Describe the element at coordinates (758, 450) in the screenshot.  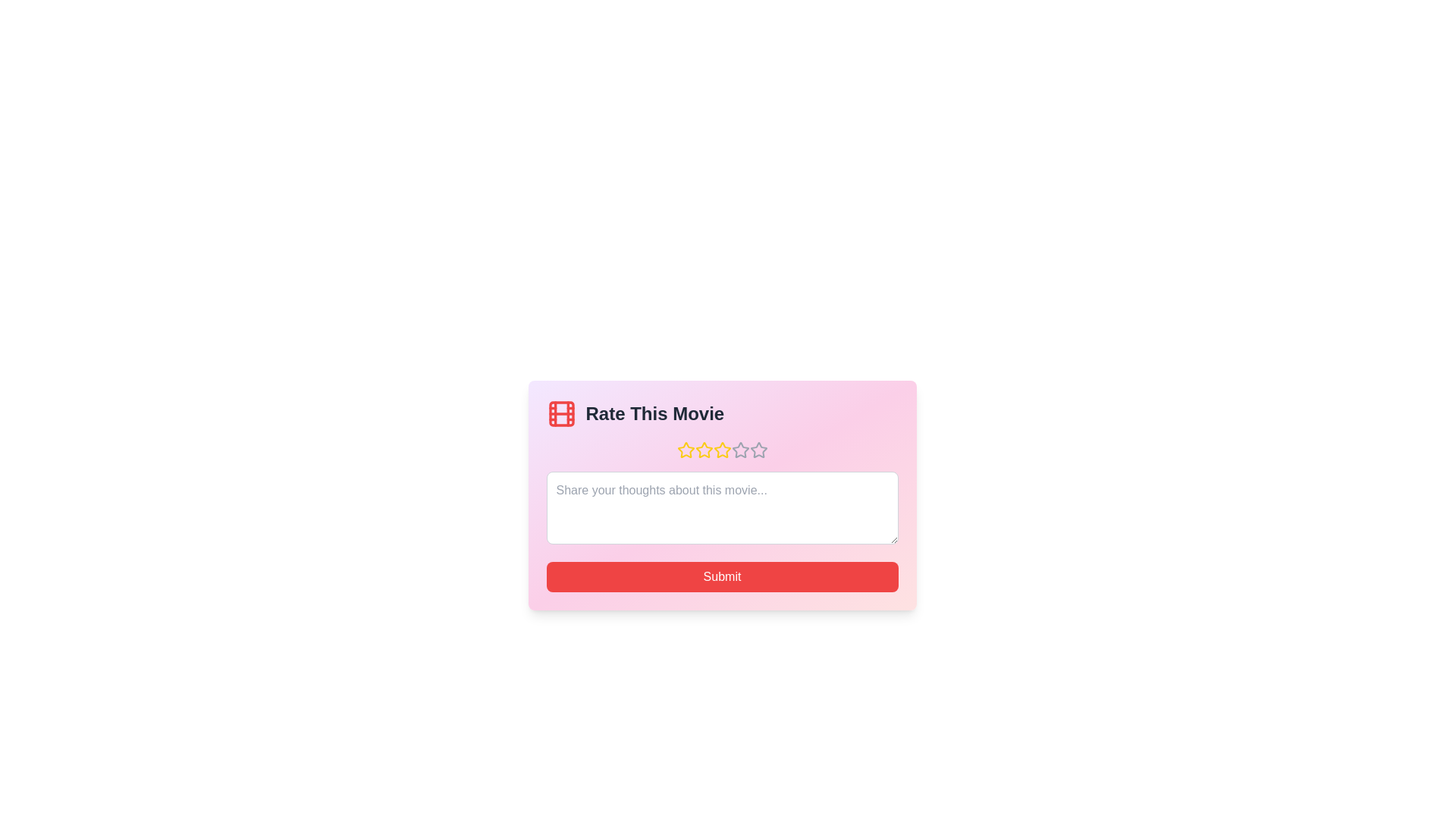
I see `the star representing 5 stars to preview the rating` at that location.